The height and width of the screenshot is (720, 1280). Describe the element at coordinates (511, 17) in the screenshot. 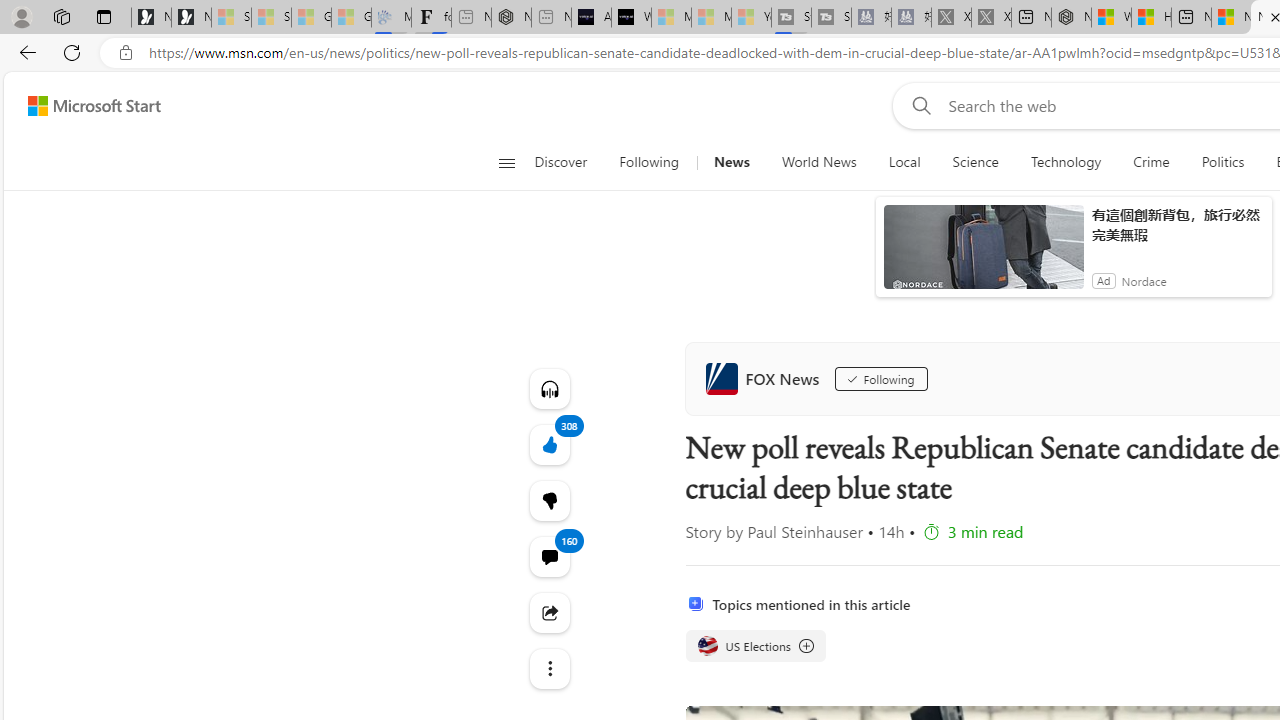

I see `'Nordace - #1 Japanese Best-Seller - Siena Smart Backpack'` at that location.